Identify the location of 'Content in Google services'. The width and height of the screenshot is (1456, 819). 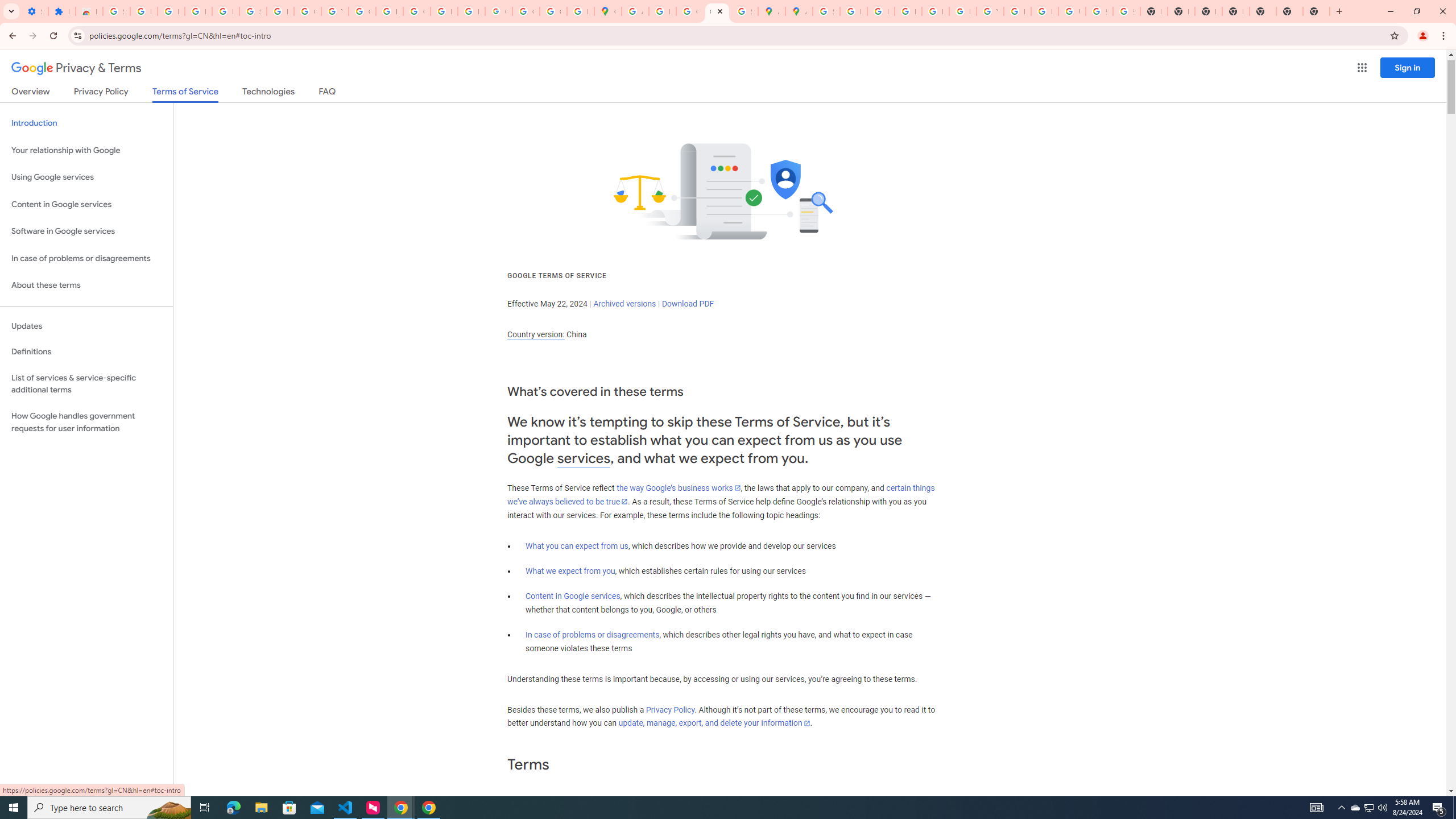
(572, 596).